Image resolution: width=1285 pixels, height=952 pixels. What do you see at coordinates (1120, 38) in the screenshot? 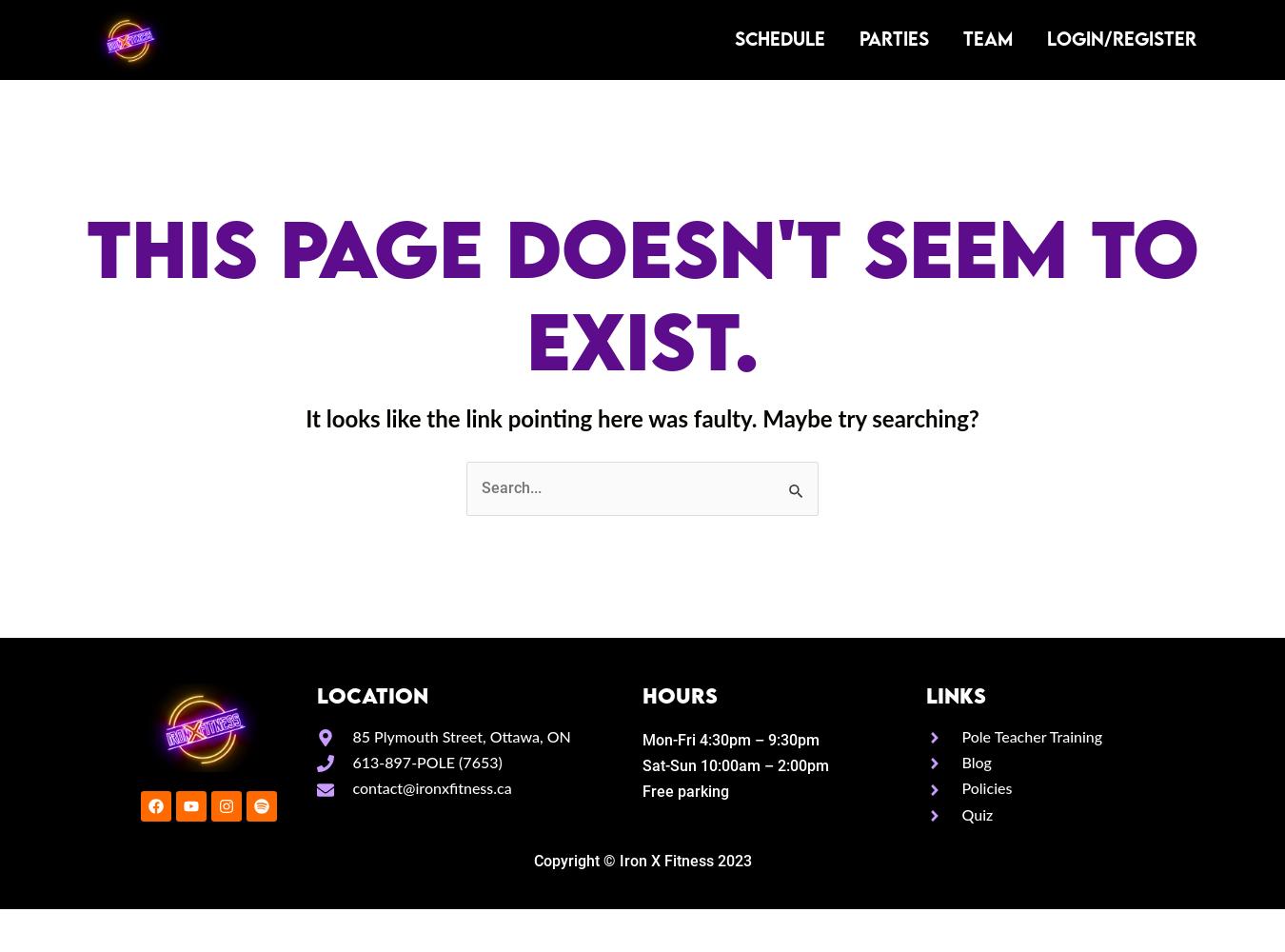
I see `'LOGIN/REGISTER'` at bounding box center [1120, 38].